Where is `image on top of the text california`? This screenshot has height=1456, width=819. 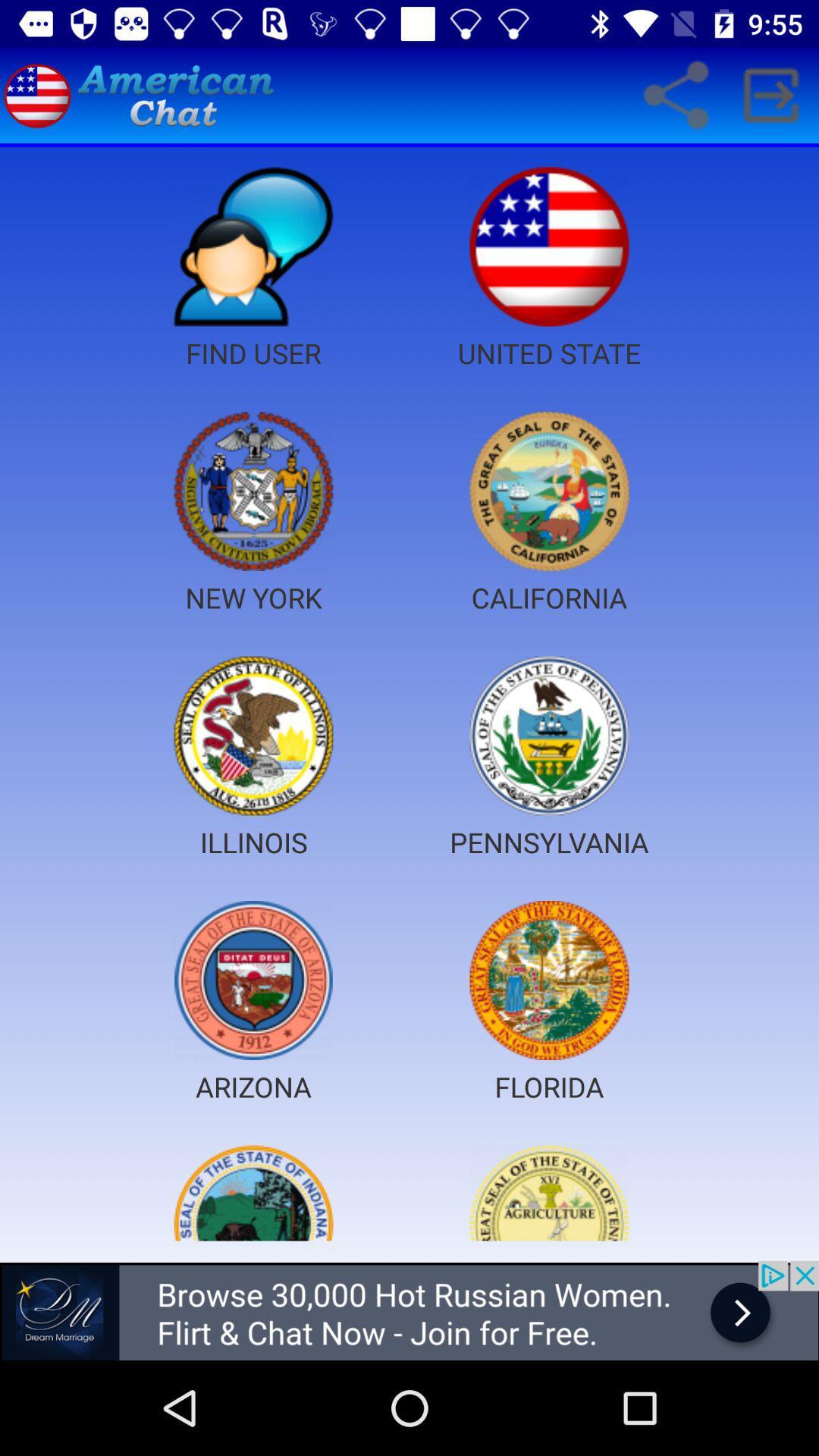
image on top of the text california is located at coordinates (549, 491).